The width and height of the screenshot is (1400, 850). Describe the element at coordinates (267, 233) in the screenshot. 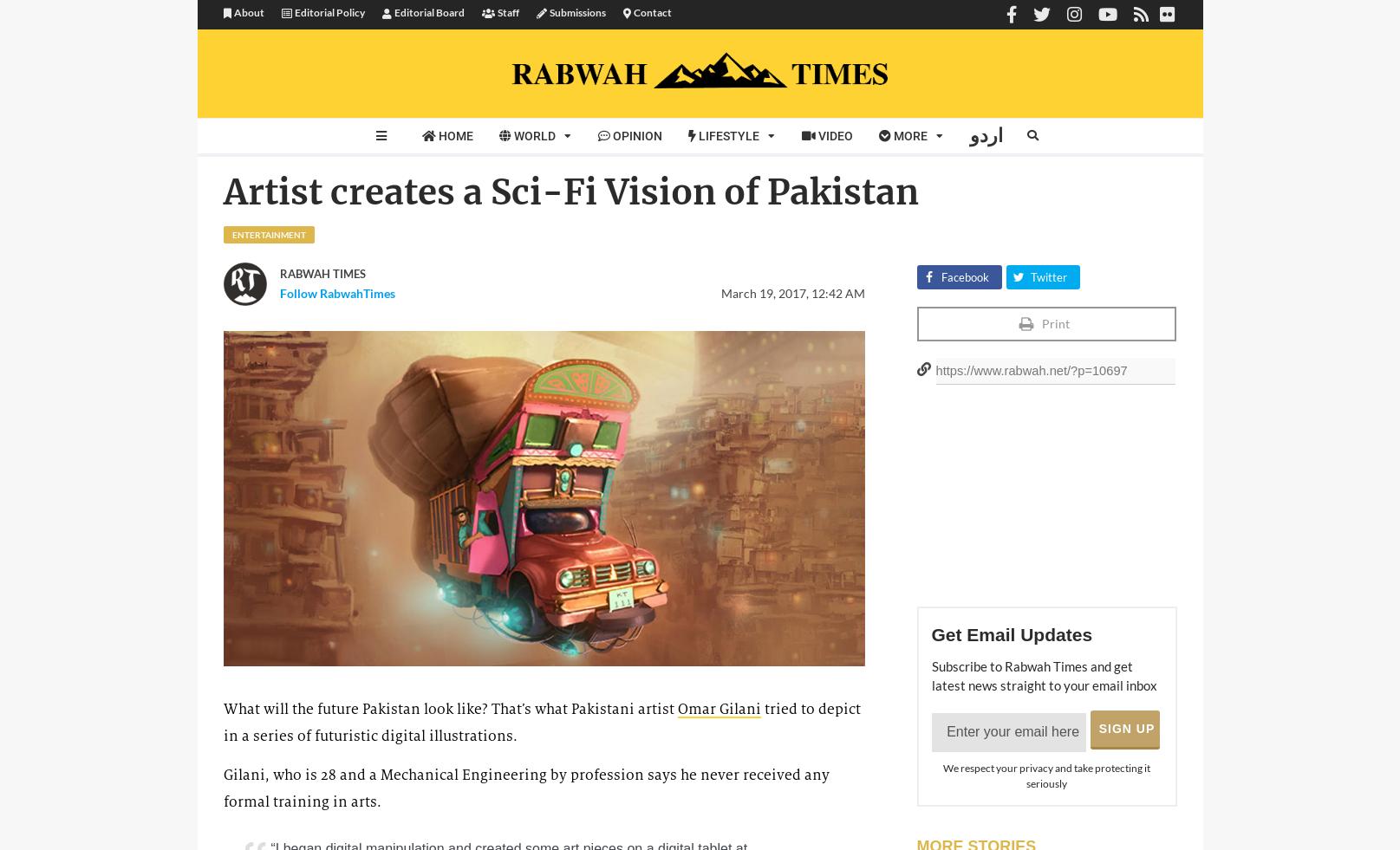

I see `'Entertainment'` at that location.